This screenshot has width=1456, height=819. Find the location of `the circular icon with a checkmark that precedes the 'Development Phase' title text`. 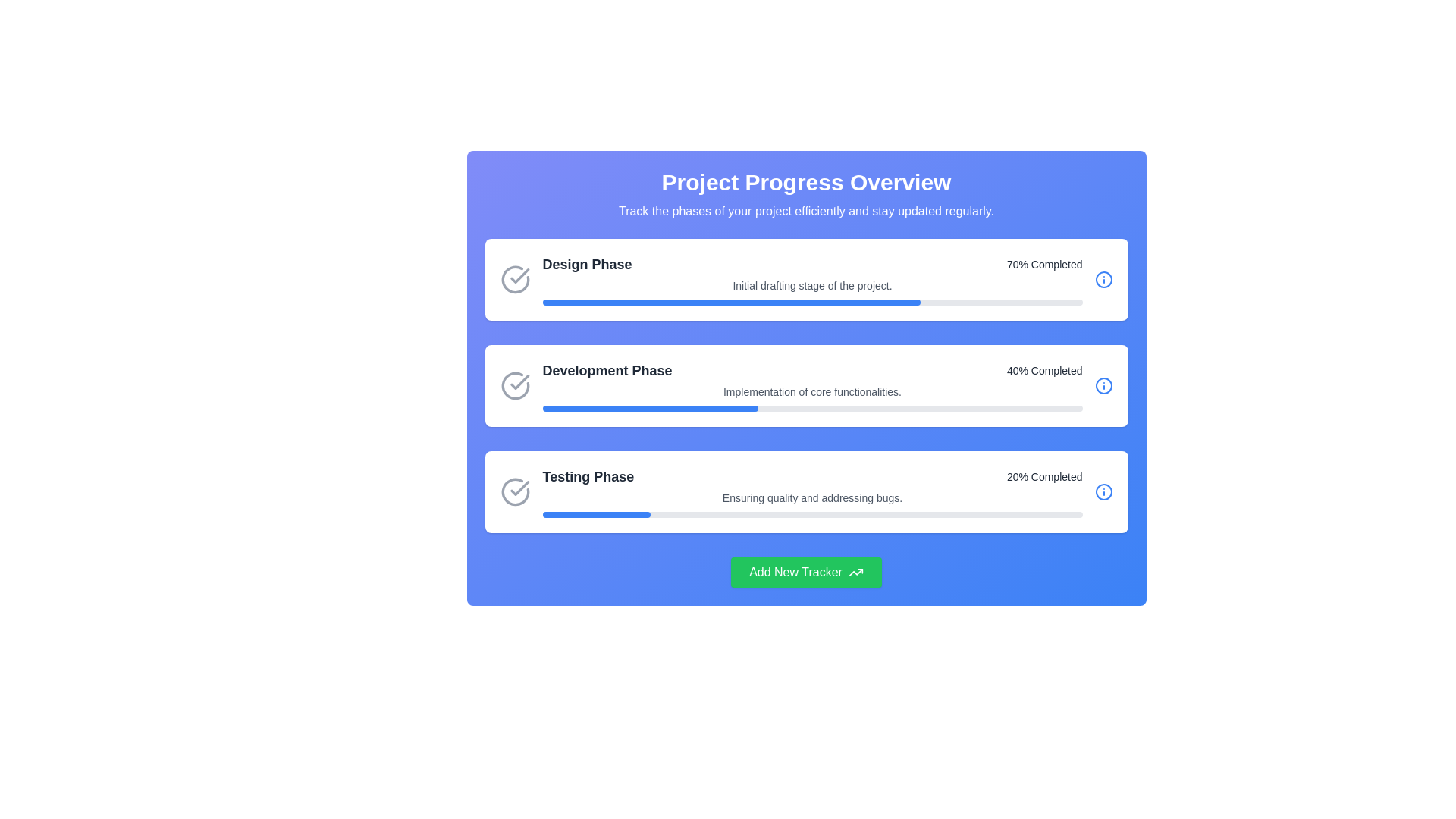

the circular icon with a checkmark that precedes the 'Development Phase' title text is located at coordinates (515, 385).